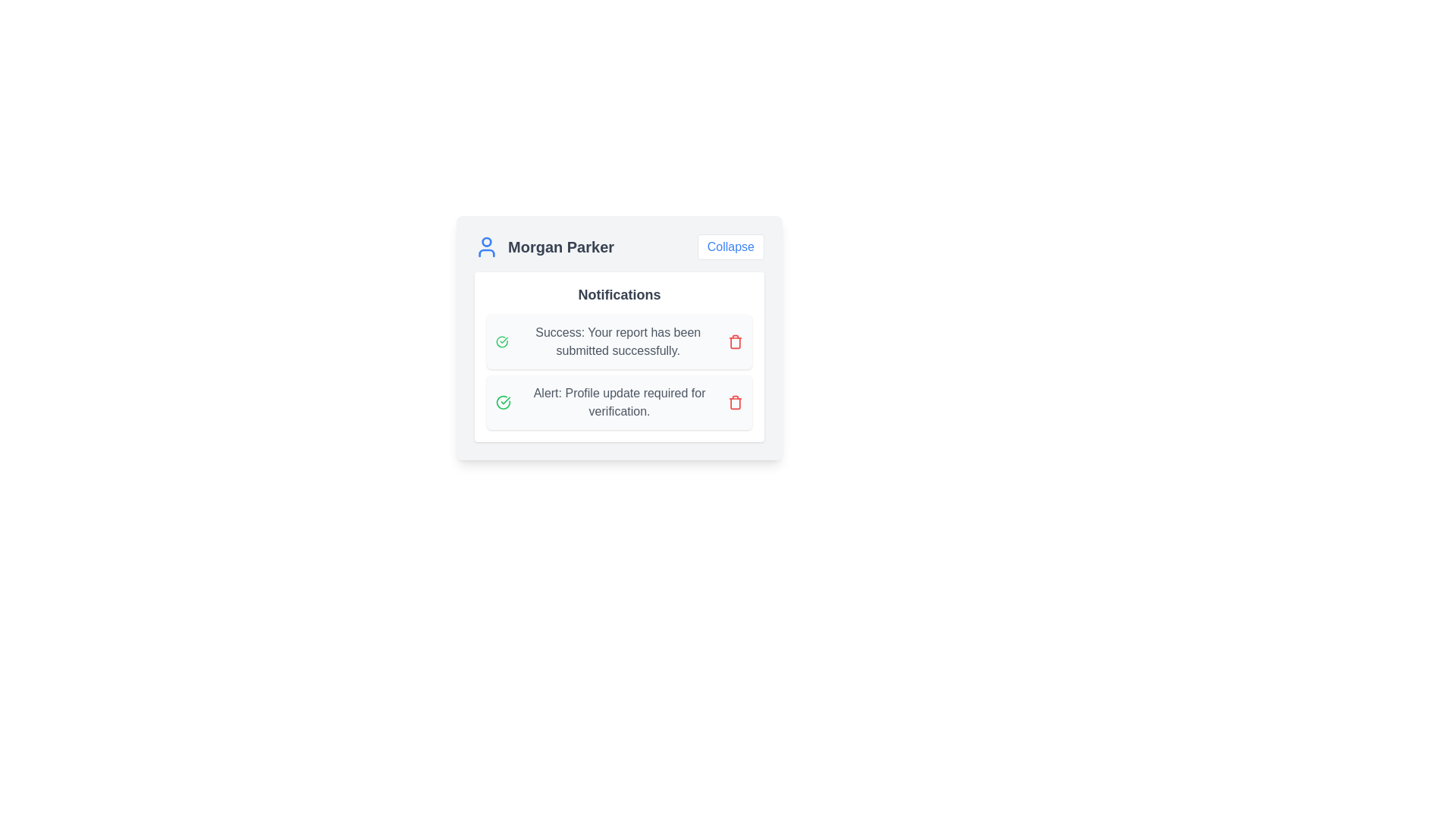  Describe the element at coordinates (619, 356) in the screenshot. I see `notification messages displayed in the central notification card located directly below the user's name header and above the collapse button` at that location.